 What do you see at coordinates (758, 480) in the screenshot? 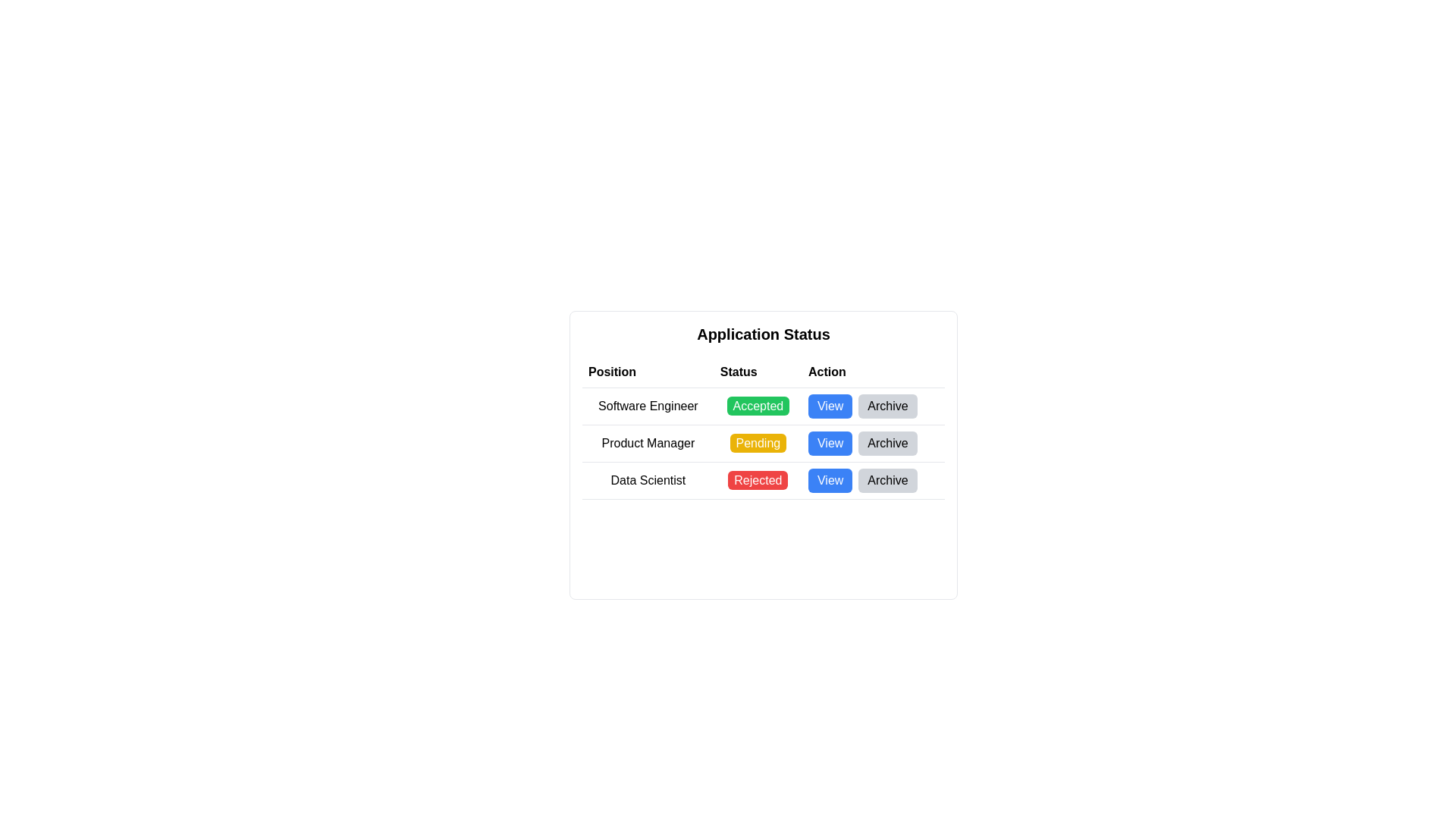
I see `the red rectangular button labeled 'Rejected' in the status column of the third row for the 'Data Scientist' position in the application status table` at bounding box center [758, 480].